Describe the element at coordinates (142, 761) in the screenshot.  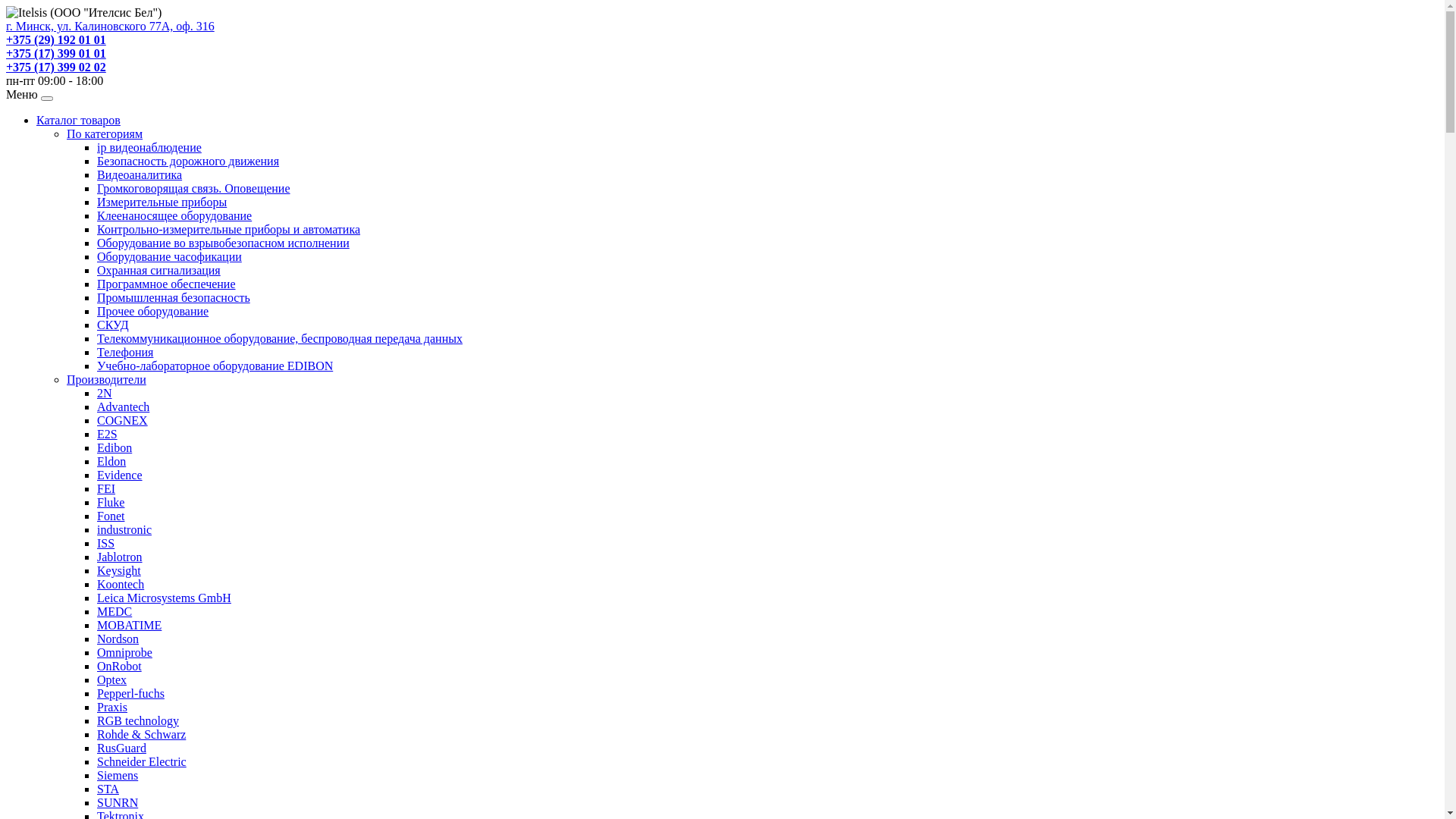
I see `'Schneider Electric'` at that location.